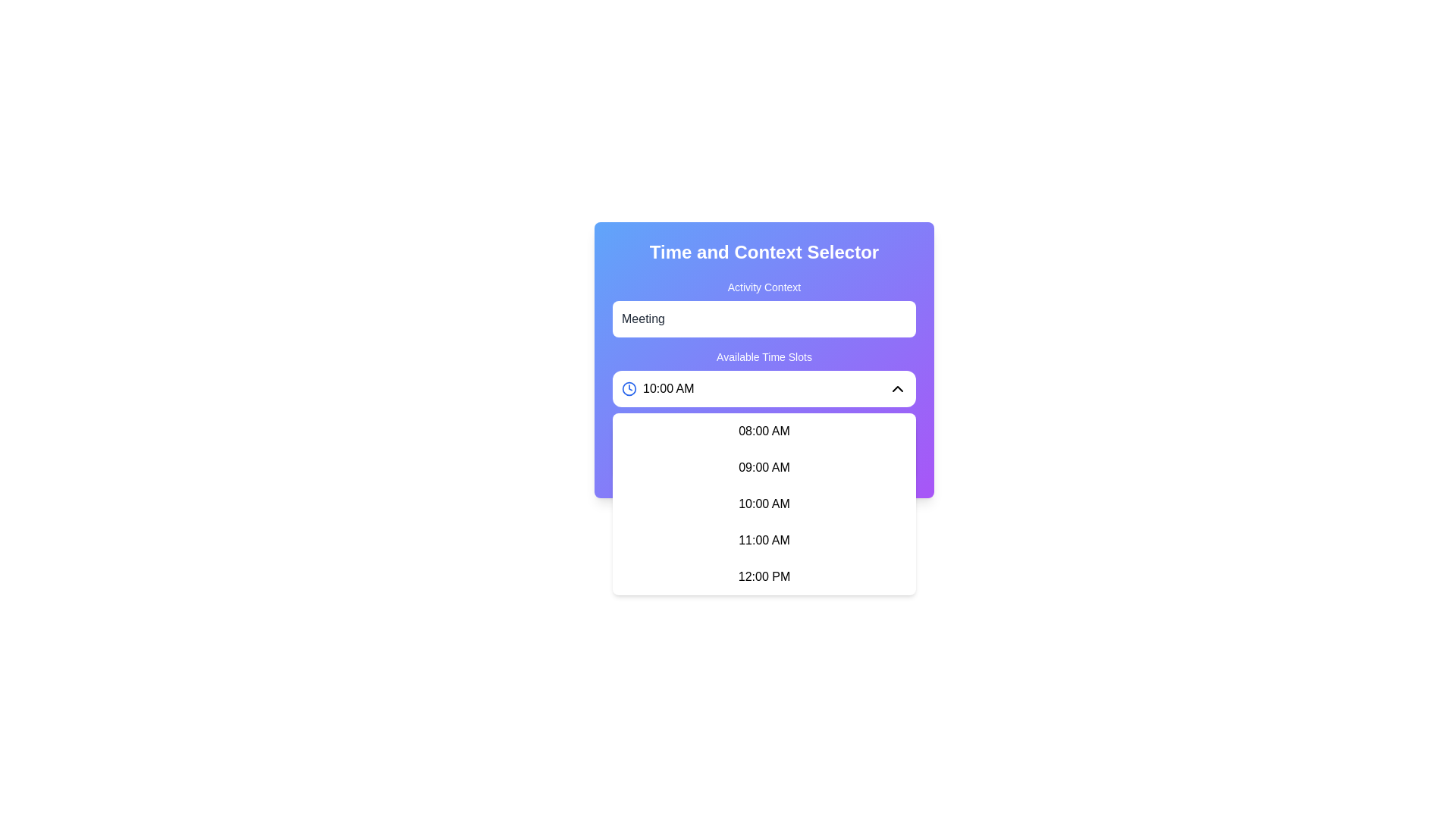 Image resolution: width=1456 pixels, height=819 pixels. What do you see at coordinates (898, 388) in the screenshot?
I see `the chevron-up icon button located on the far right side of the time slot selector labeled '10:00 AM'` at bounding box center [898, 388].